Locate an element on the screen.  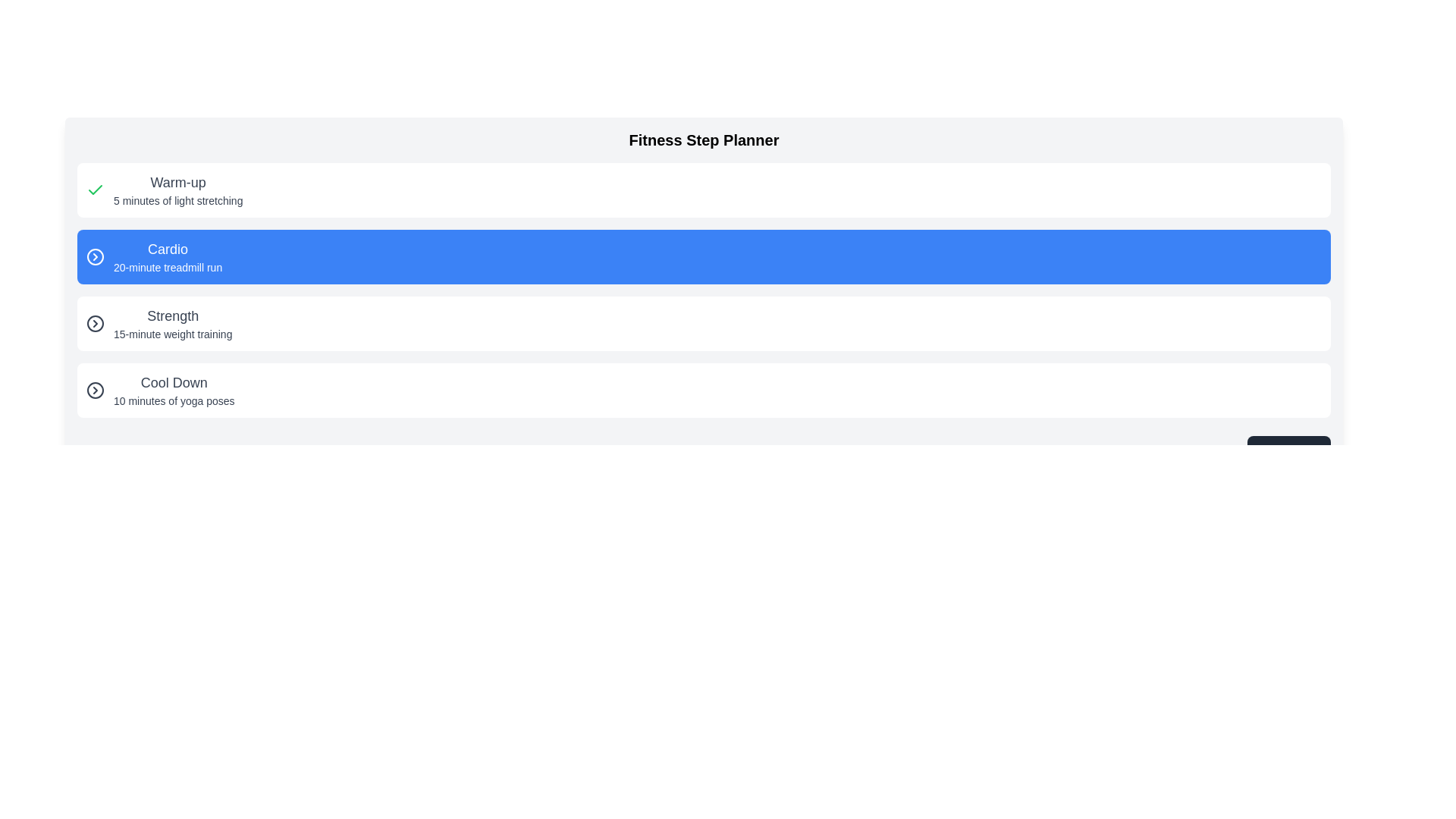
the text label that reads '5 minutes of light stretching', positioned directly beneath the 'Warm-up' heading is located at coordinates (178, 200).